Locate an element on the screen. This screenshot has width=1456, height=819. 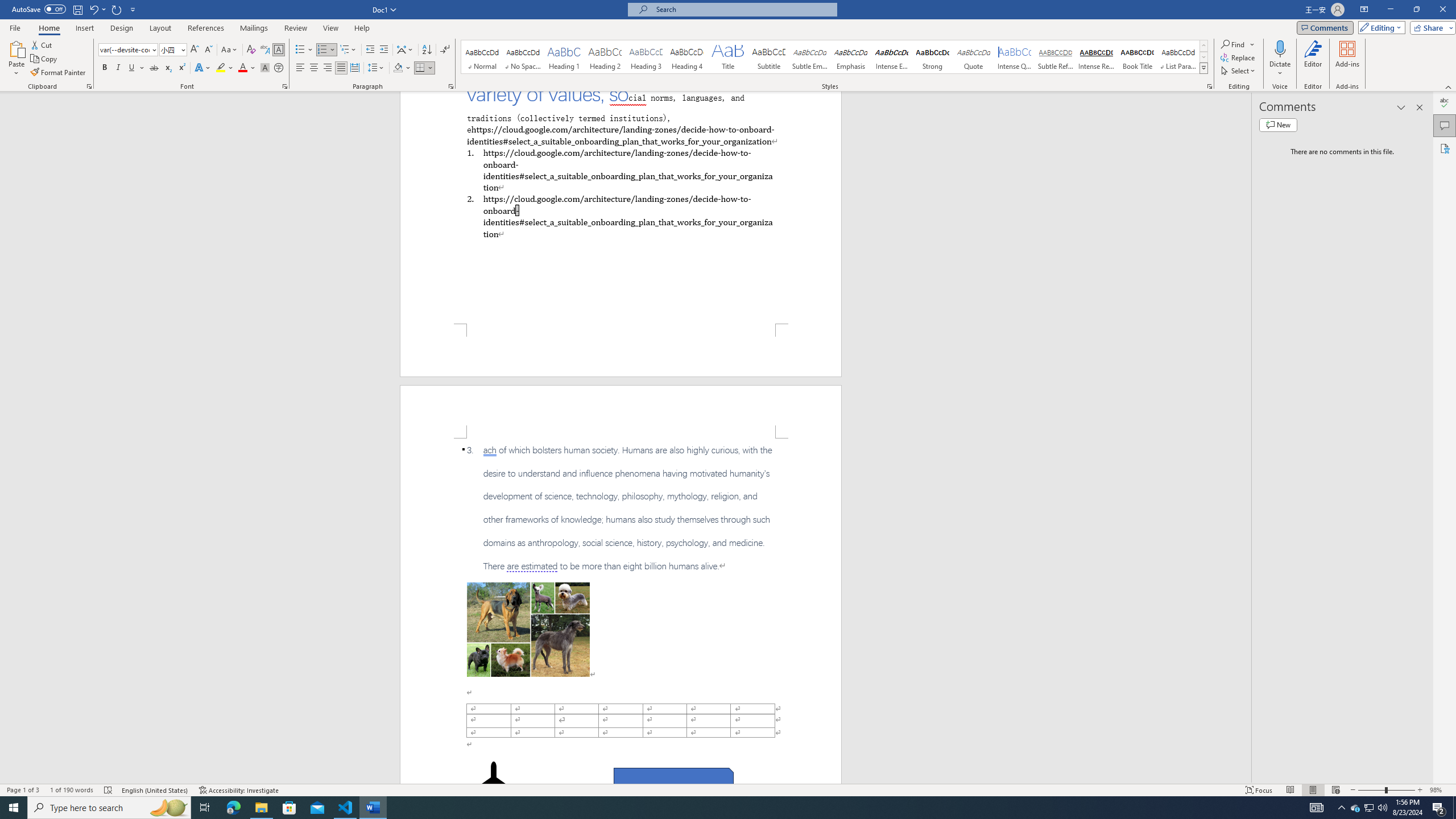
'Accessibility' is located at coordinates (1444, 148).